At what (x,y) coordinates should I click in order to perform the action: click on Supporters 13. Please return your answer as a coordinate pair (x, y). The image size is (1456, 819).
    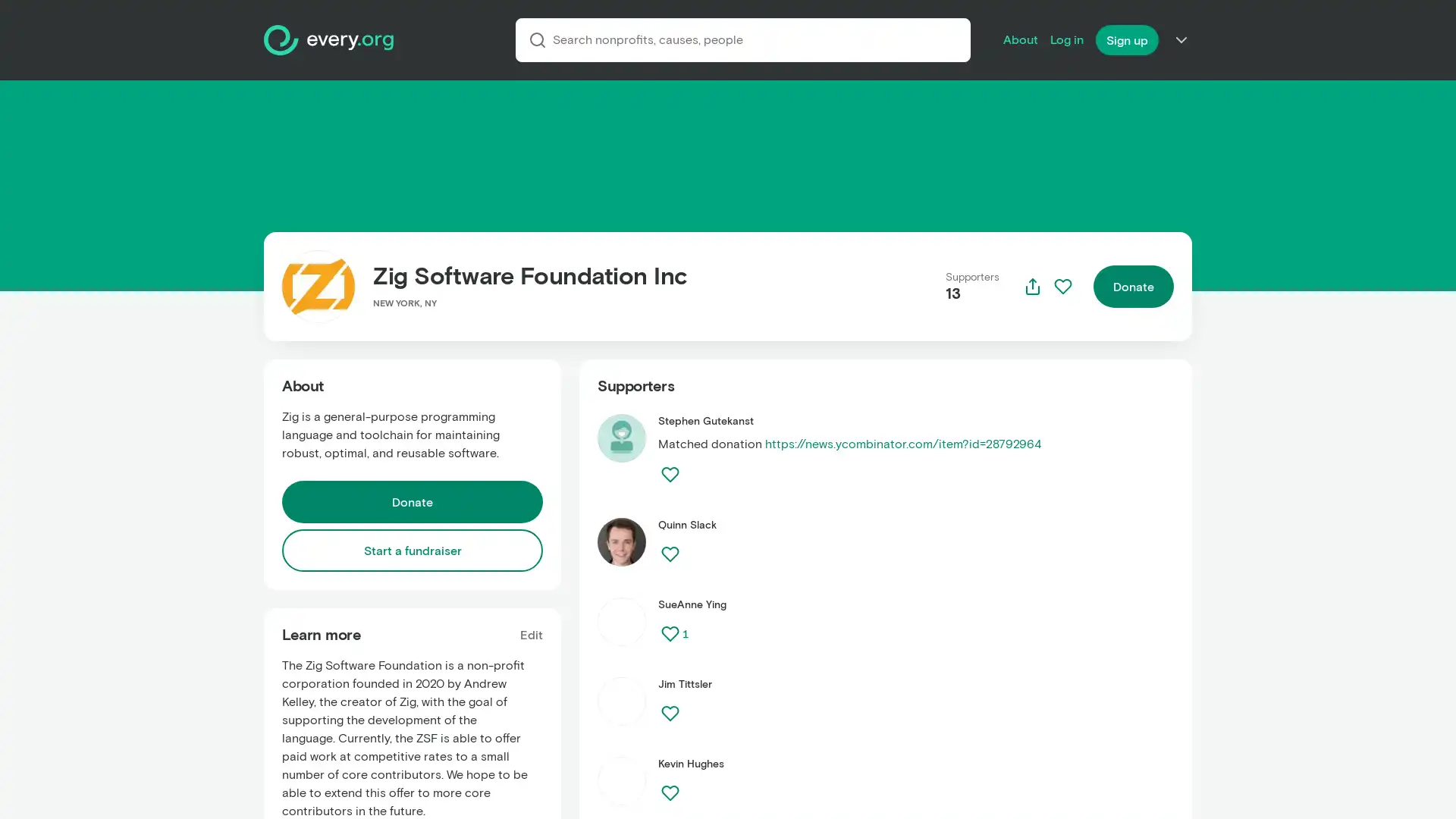
    Looking at the image, I should click on (972, 287).